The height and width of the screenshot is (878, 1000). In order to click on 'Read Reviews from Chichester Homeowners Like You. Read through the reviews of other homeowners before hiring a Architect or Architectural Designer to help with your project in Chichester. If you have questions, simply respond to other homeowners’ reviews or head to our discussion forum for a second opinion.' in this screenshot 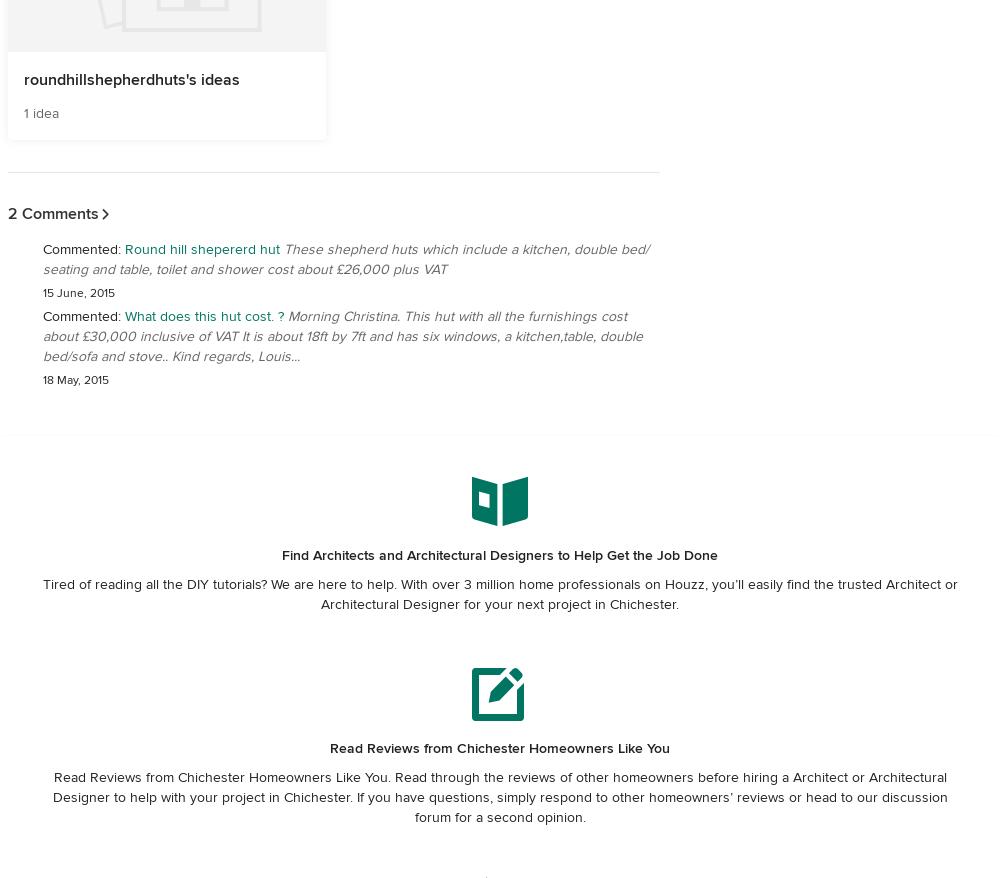, I will do `click(498, 795)`.